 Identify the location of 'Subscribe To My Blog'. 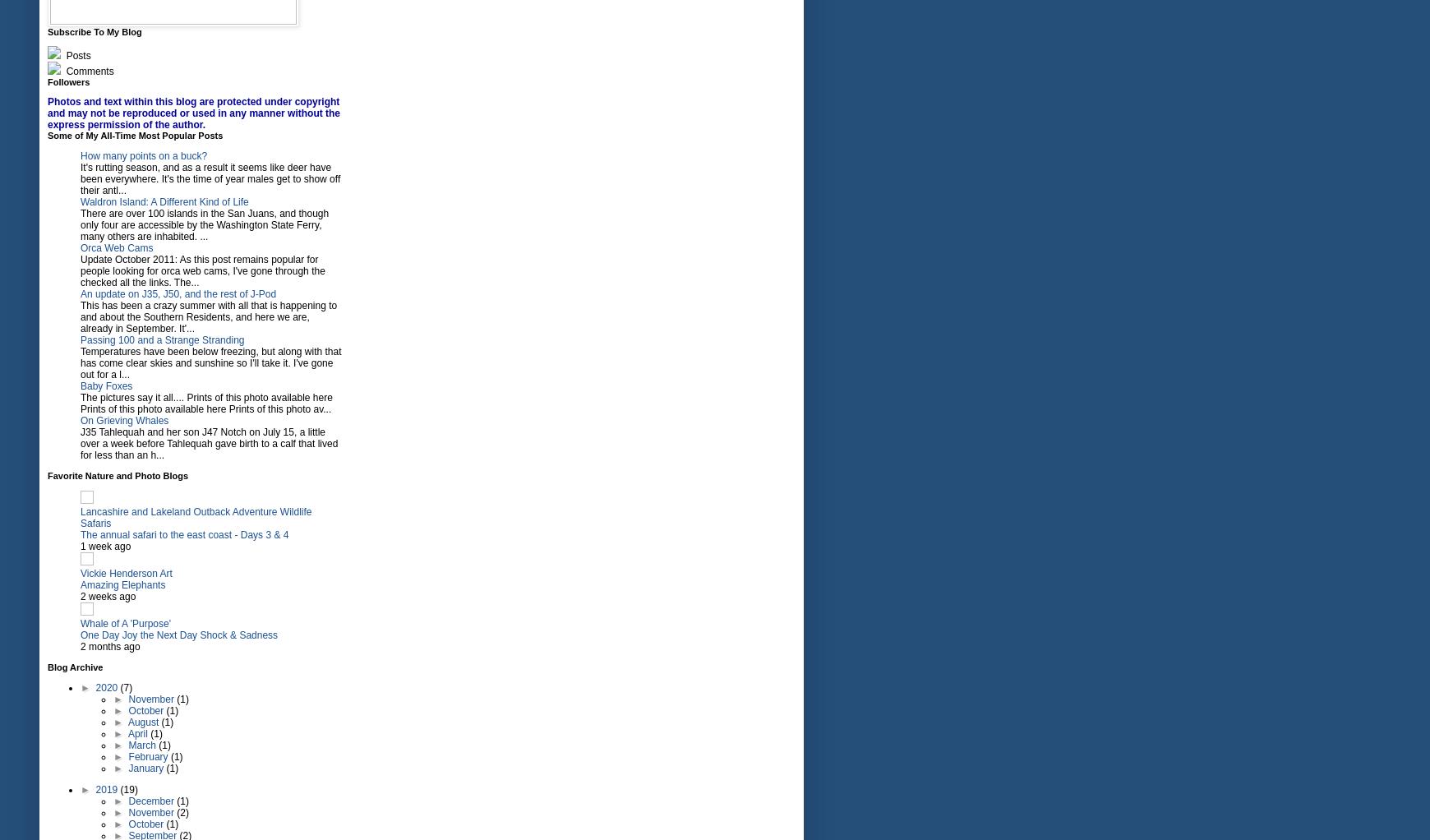
(94, 32).